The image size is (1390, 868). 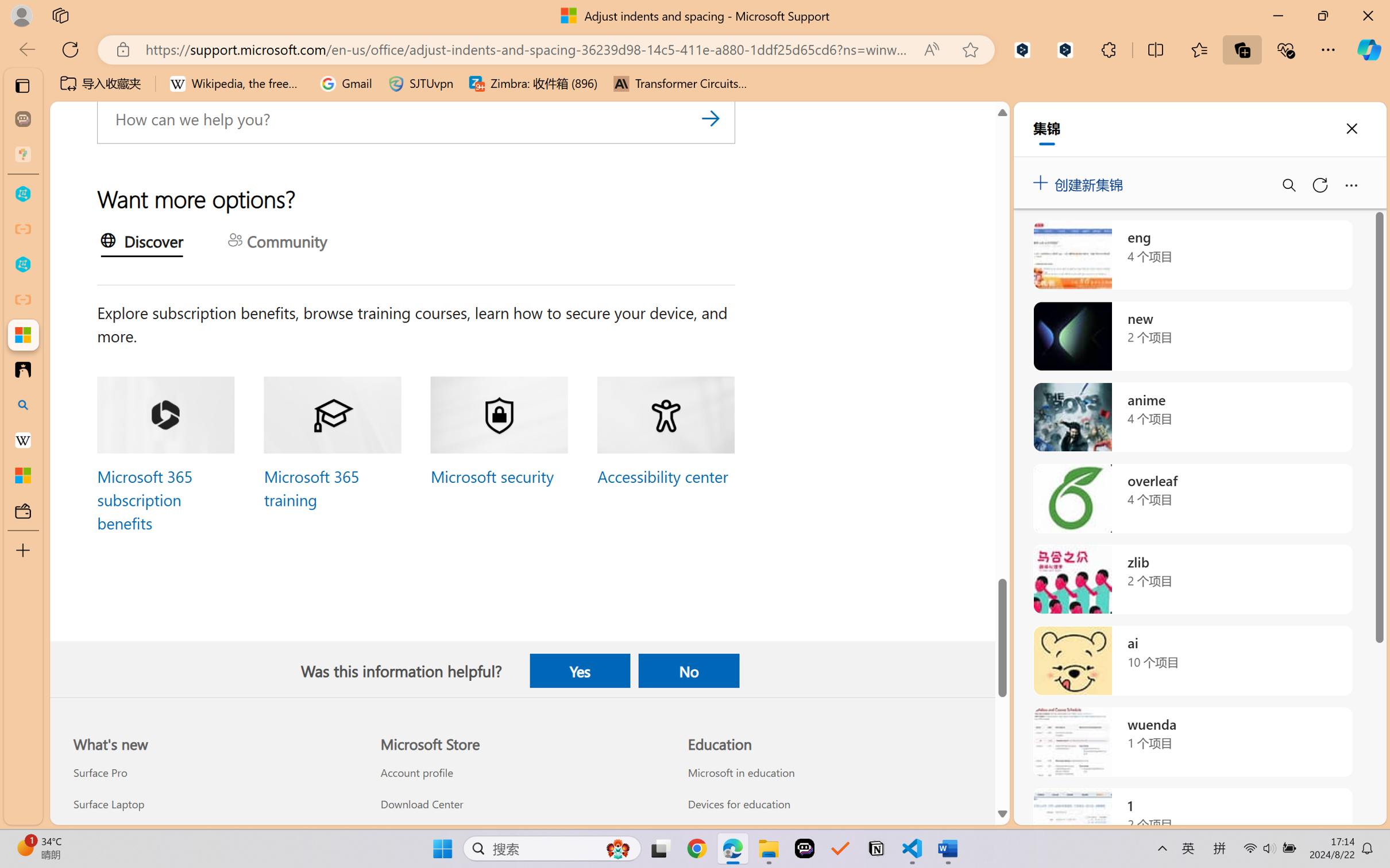 I want to click on 'How can we help you?', so click(x=415, y=119).